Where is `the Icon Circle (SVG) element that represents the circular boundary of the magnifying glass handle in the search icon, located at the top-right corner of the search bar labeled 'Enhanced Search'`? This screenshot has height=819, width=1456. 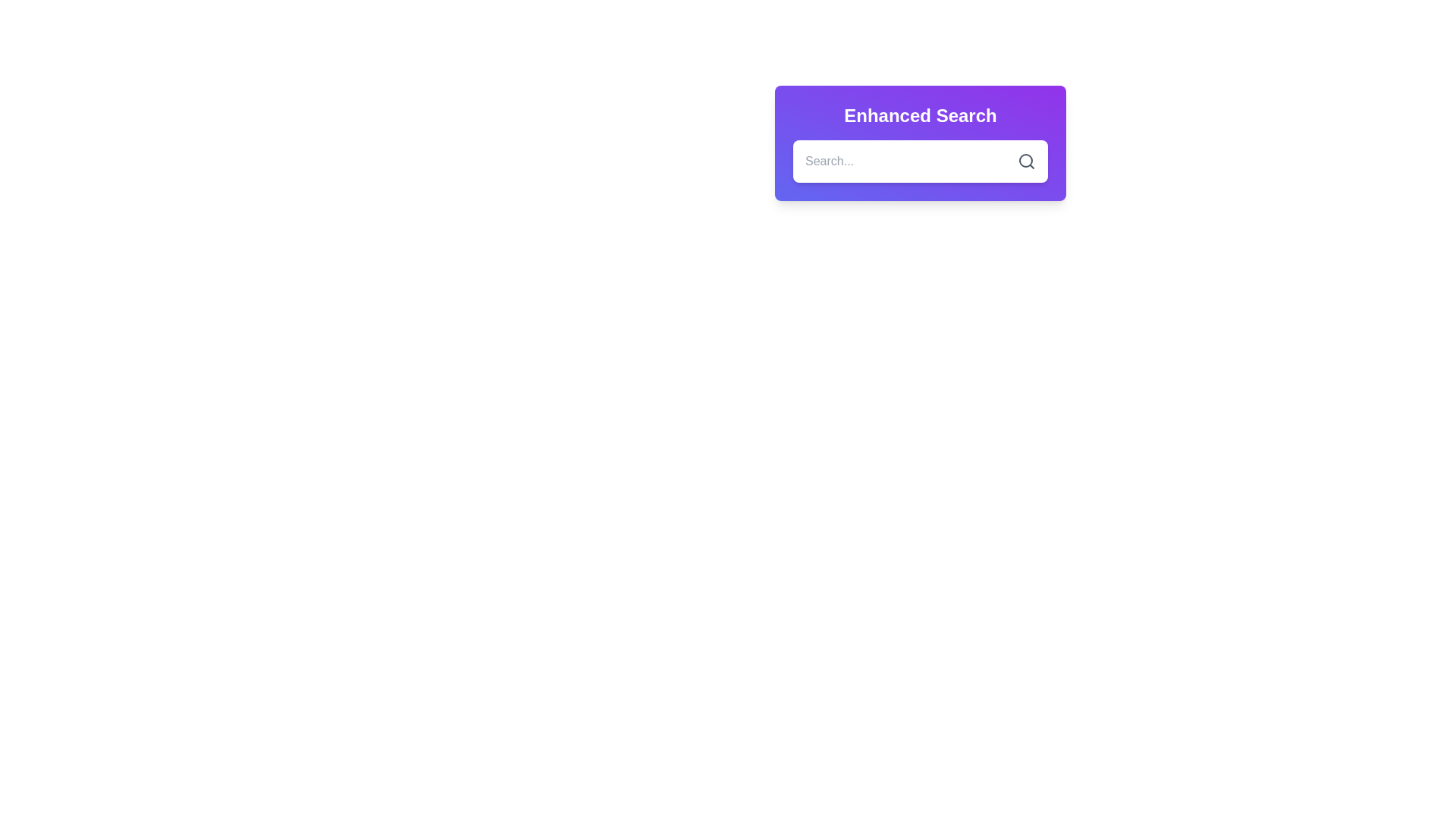
the Icon Circle (SVG) element that represents the circular boundary of the magnifying glass handle in the search icon, located at the top-right corner of the search bar labeled 'Enhanced Search' is located at coordinates (1026, 161).